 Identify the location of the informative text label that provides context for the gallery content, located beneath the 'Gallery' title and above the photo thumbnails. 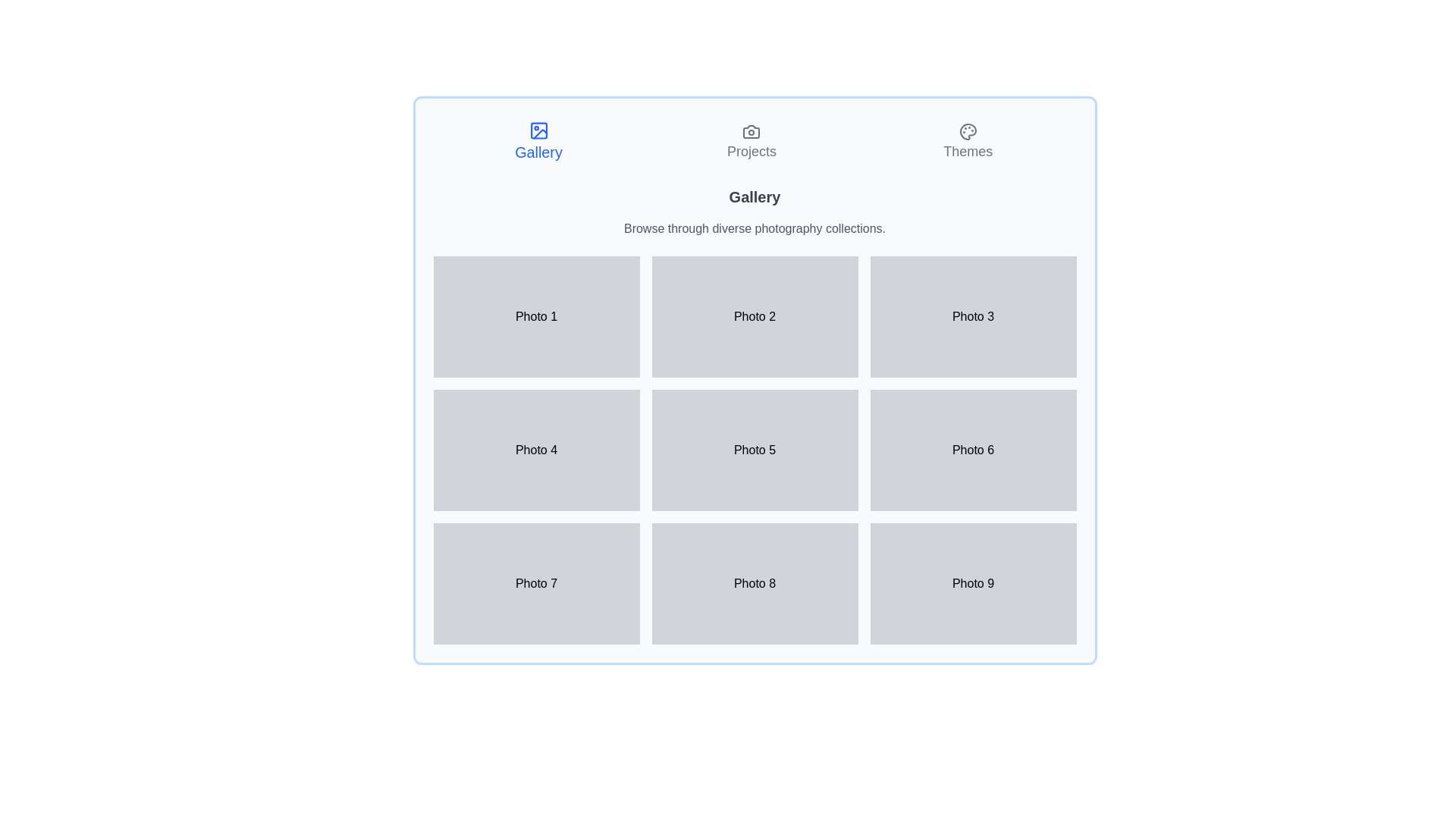
(755, 228).